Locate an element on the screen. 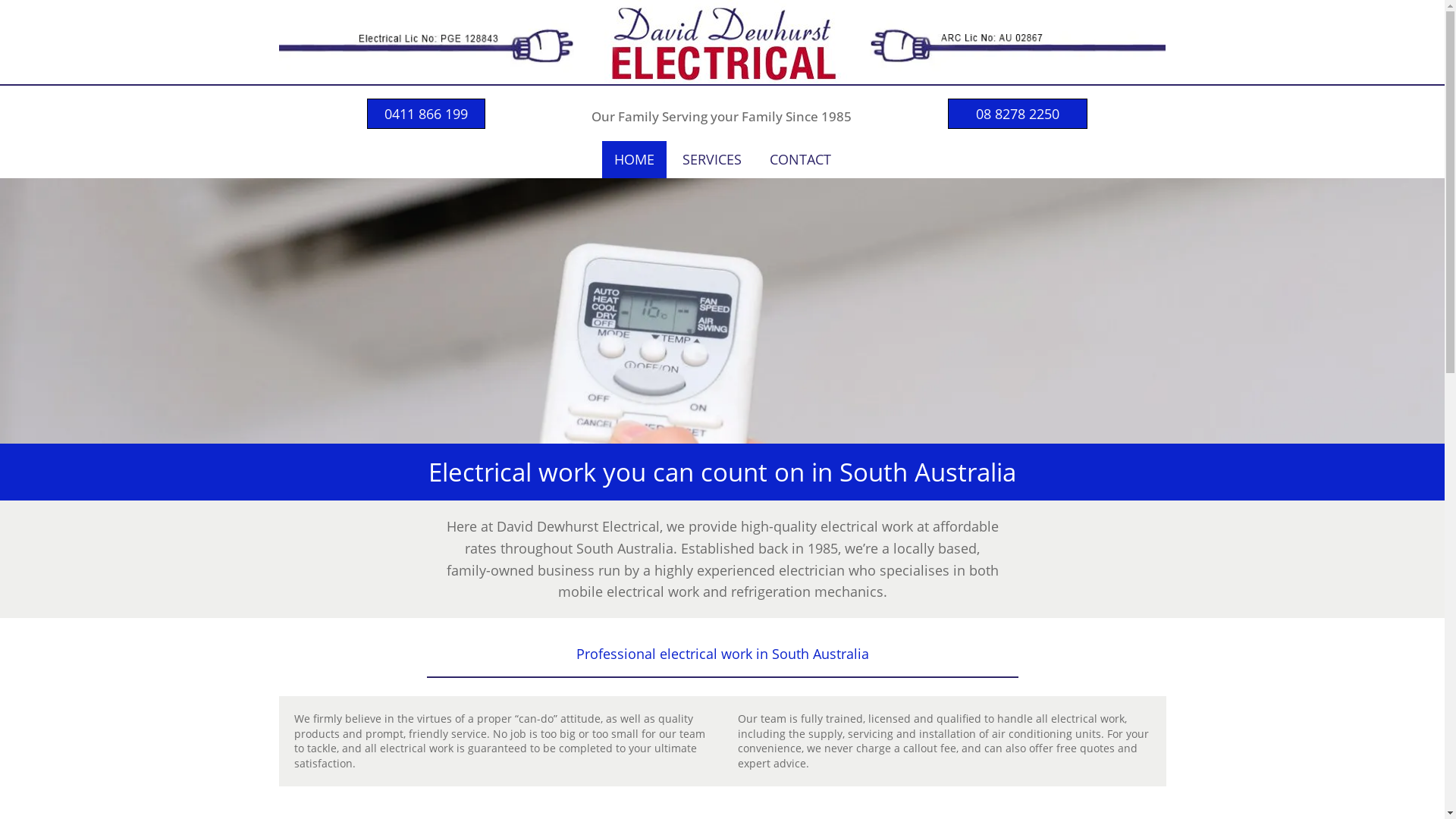 The width and height of the screenshot is (1456, 819). 'david dewhurst electrical arc licence number    ' is located at coordinates (1018, 38).